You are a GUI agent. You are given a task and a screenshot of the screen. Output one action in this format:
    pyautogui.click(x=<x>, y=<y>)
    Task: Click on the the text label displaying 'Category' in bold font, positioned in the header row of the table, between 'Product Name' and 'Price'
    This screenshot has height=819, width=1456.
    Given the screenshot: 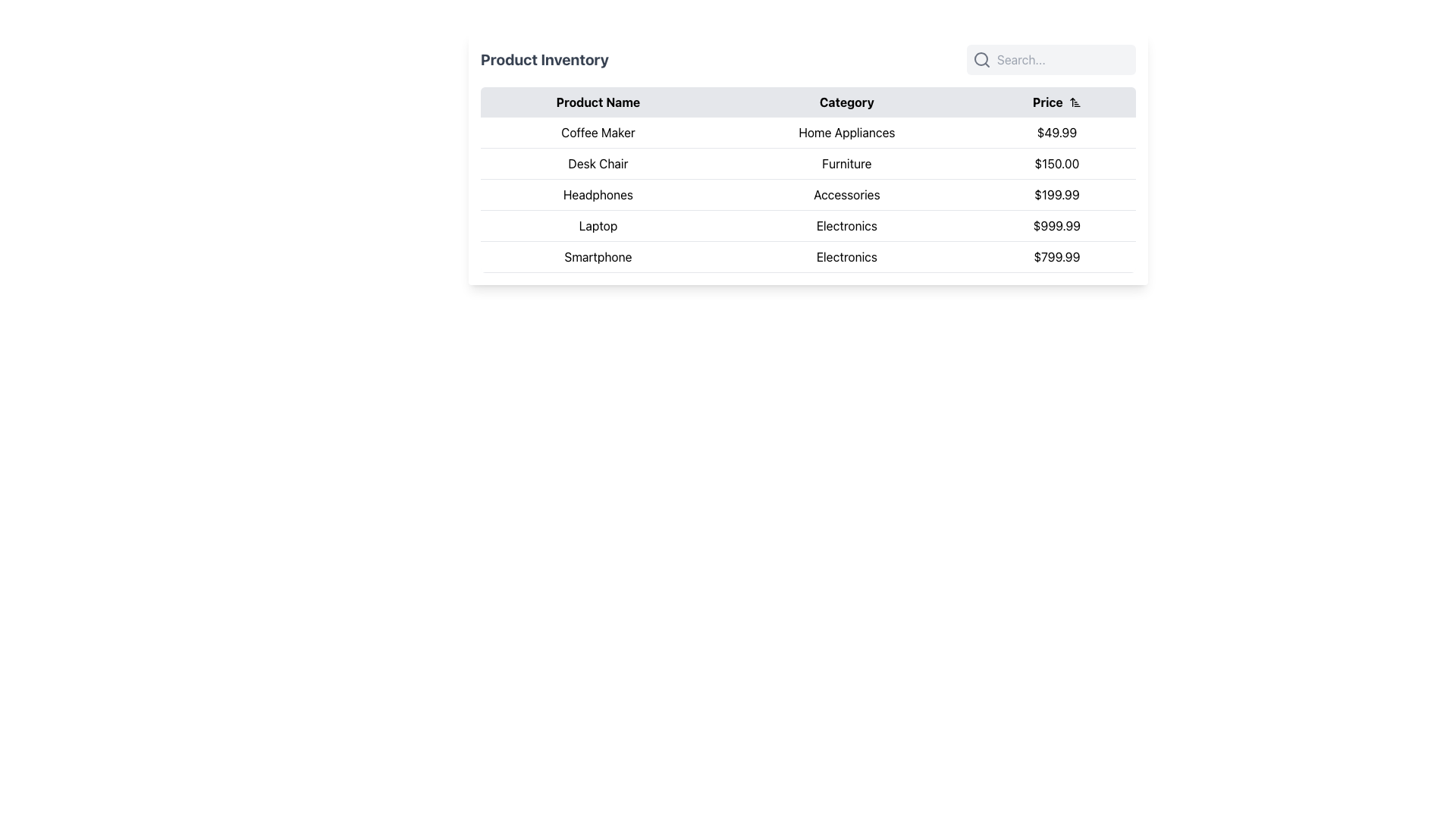 What is the action you would take?
    pyautogui.click(x=846, y=102)
    